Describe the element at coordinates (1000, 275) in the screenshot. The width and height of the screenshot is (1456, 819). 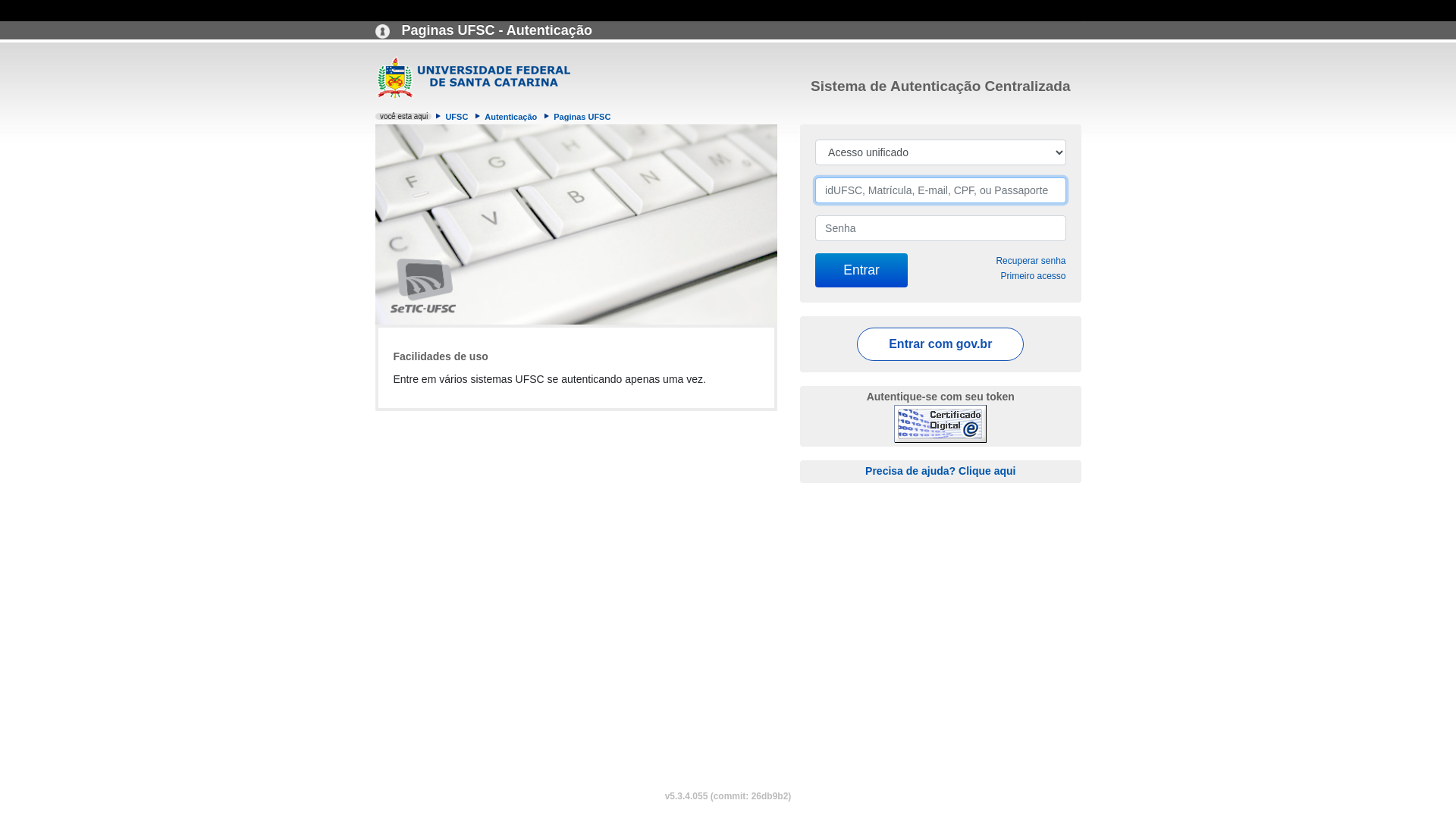
I see `'Primeiro acesso'` at that location.